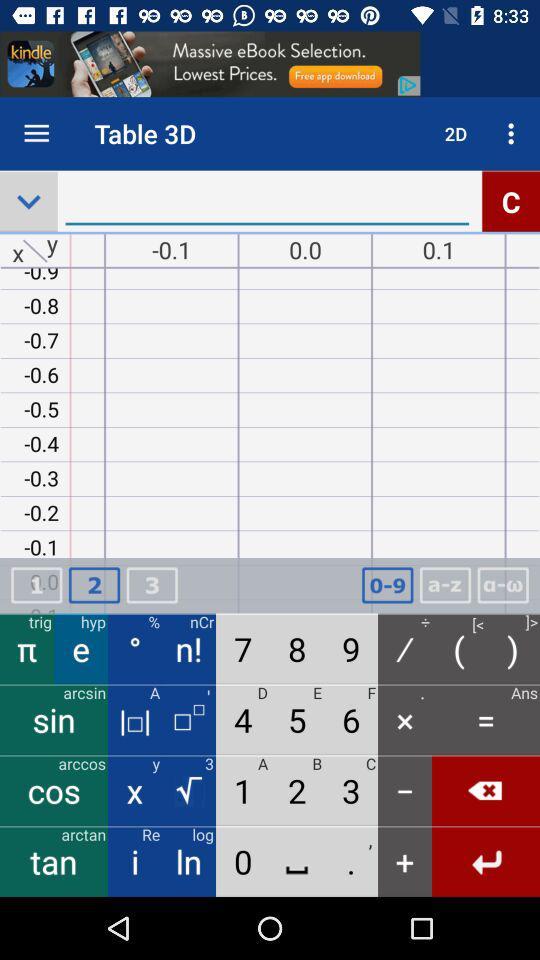  What do you see at coordinates (445, 585) in the screenshot?
I see `the text az` at bounding box center [445, 585].